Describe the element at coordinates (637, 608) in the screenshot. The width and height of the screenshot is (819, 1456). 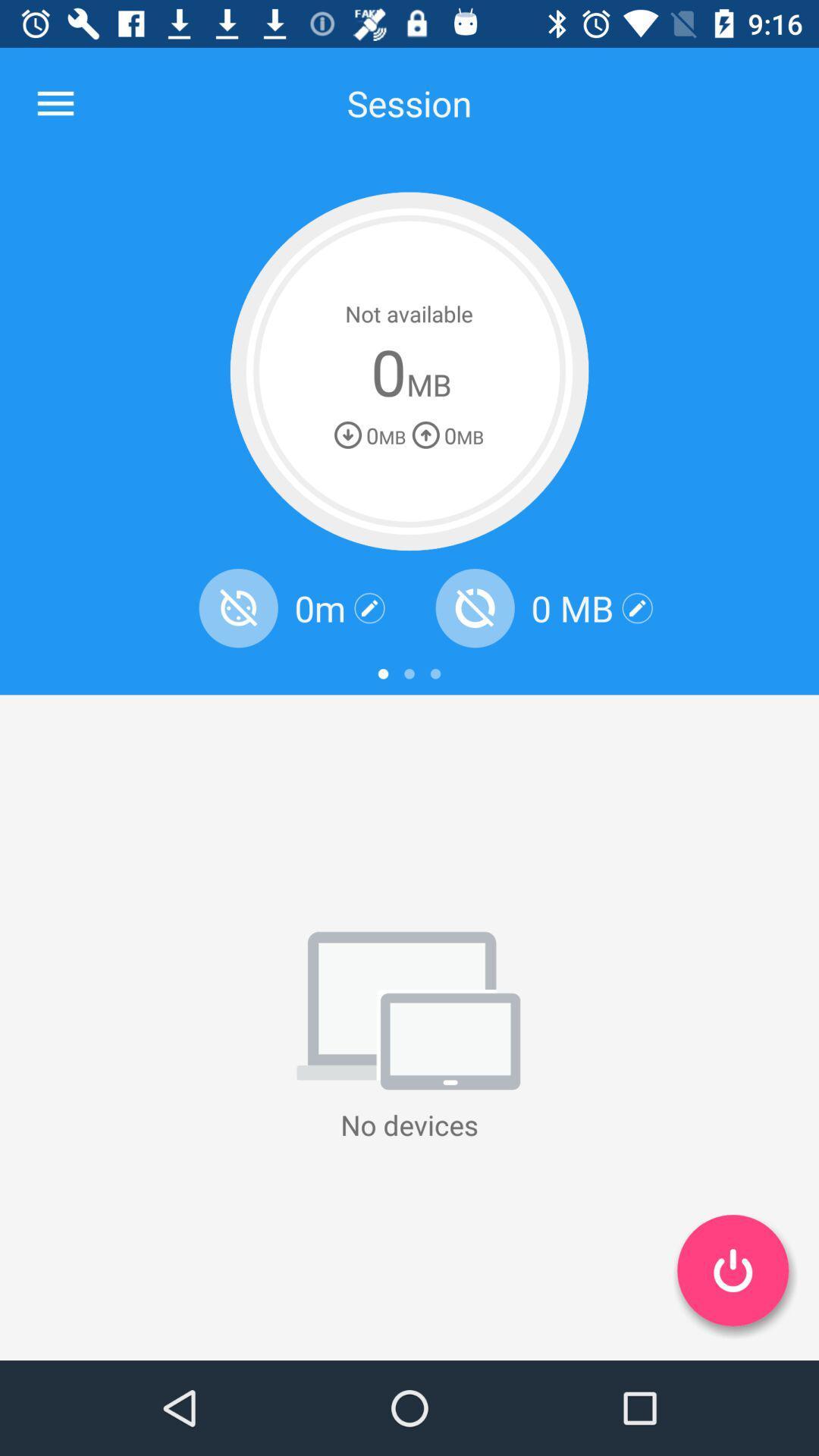
I see `edit mb` at that location.